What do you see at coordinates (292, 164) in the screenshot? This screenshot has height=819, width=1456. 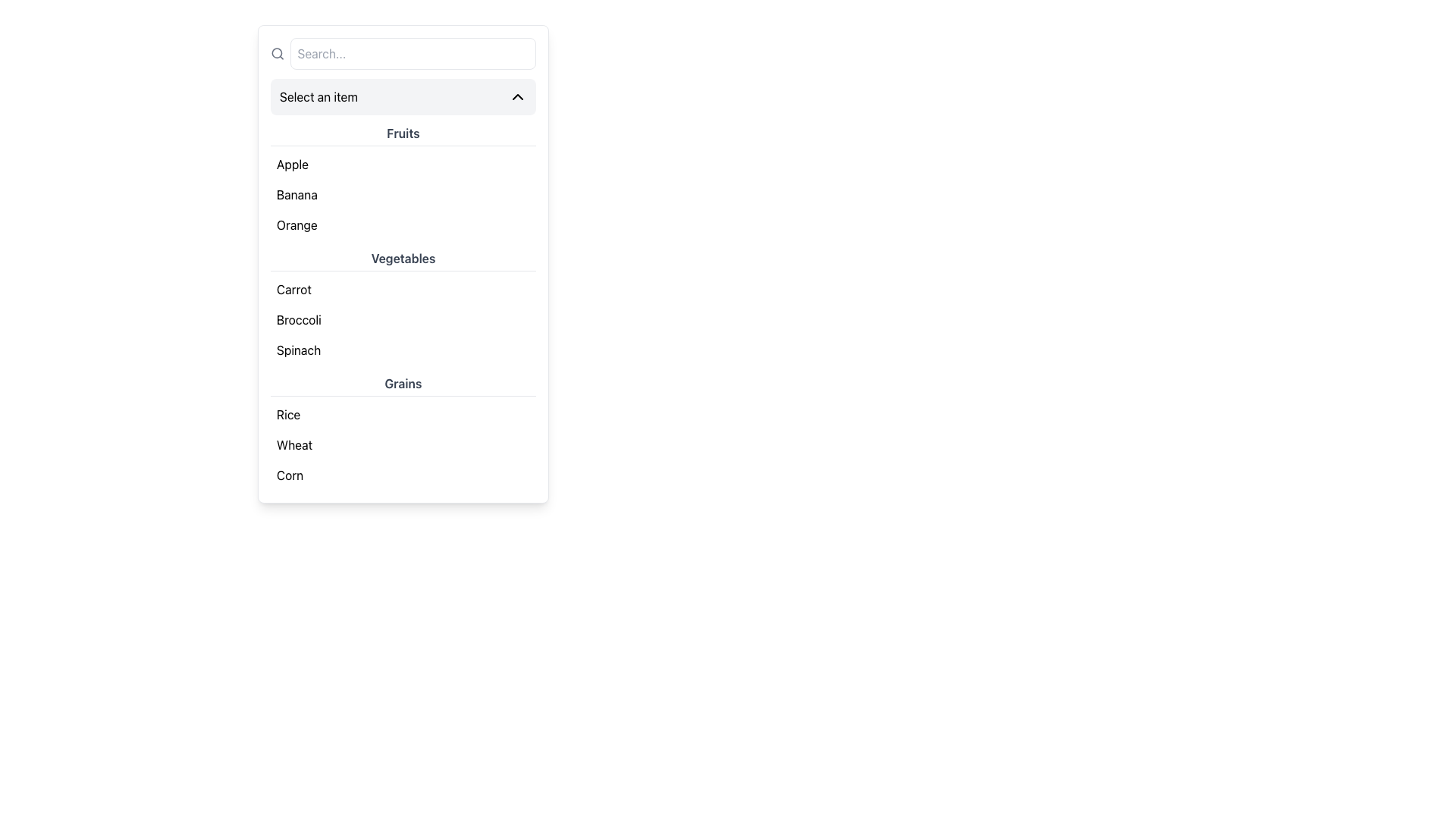 I see `the text element representing 'Apple' in the 'Fruits' dropdown menu, which is the first item in the list` at bounding box center [292, 164].